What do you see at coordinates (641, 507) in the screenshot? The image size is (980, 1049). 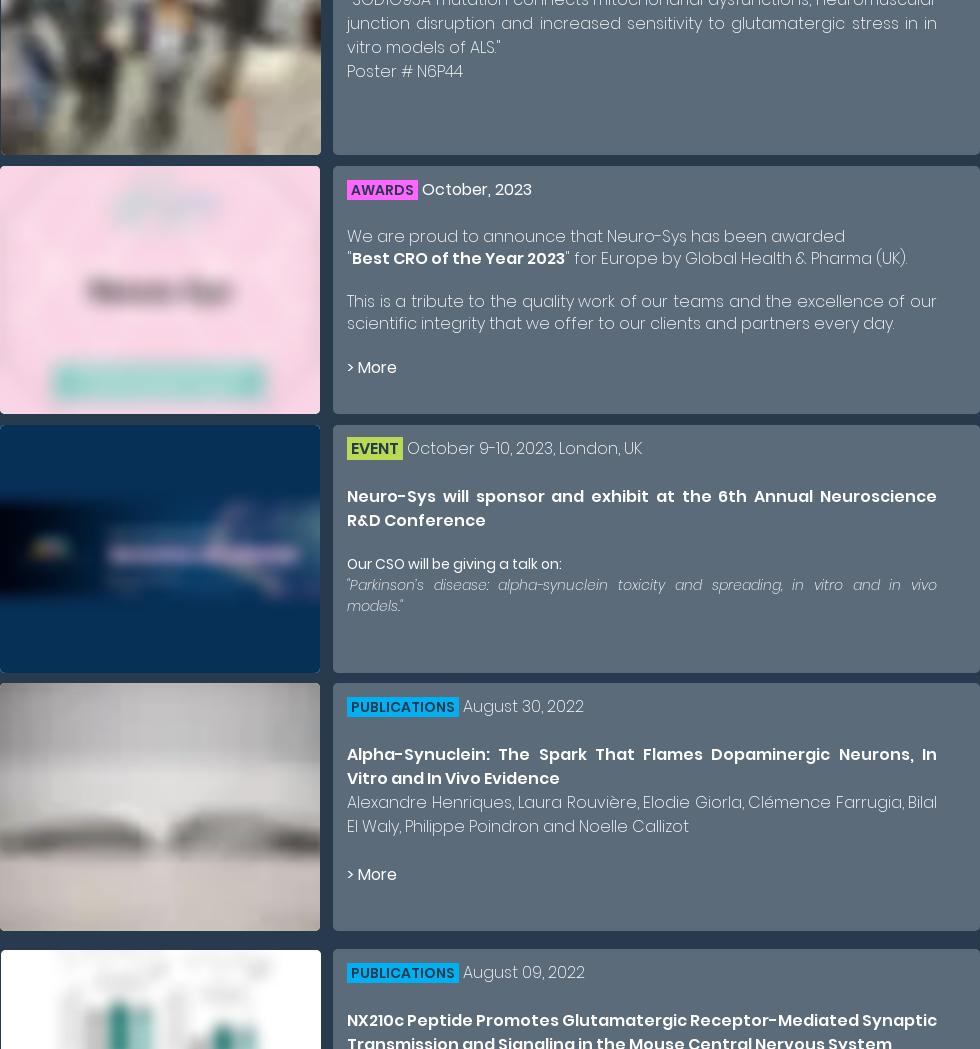 I see `'uro-Sys will sponsor and exhibit at the 6th Annual Neuroscience R&D Conference'` at bounding box center [641, 507].